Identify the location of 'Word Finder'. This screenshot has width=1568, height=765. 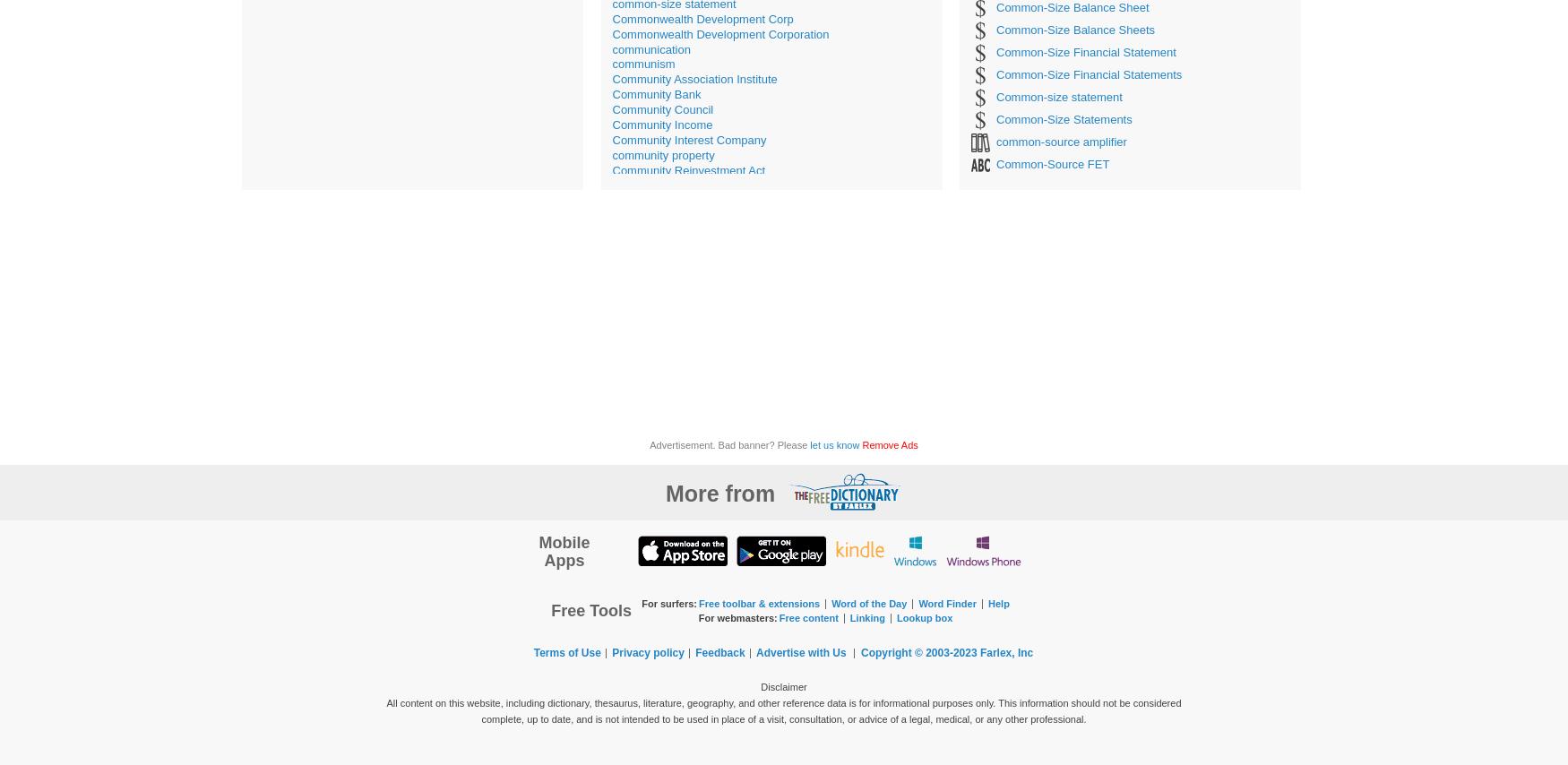
(917, 602).